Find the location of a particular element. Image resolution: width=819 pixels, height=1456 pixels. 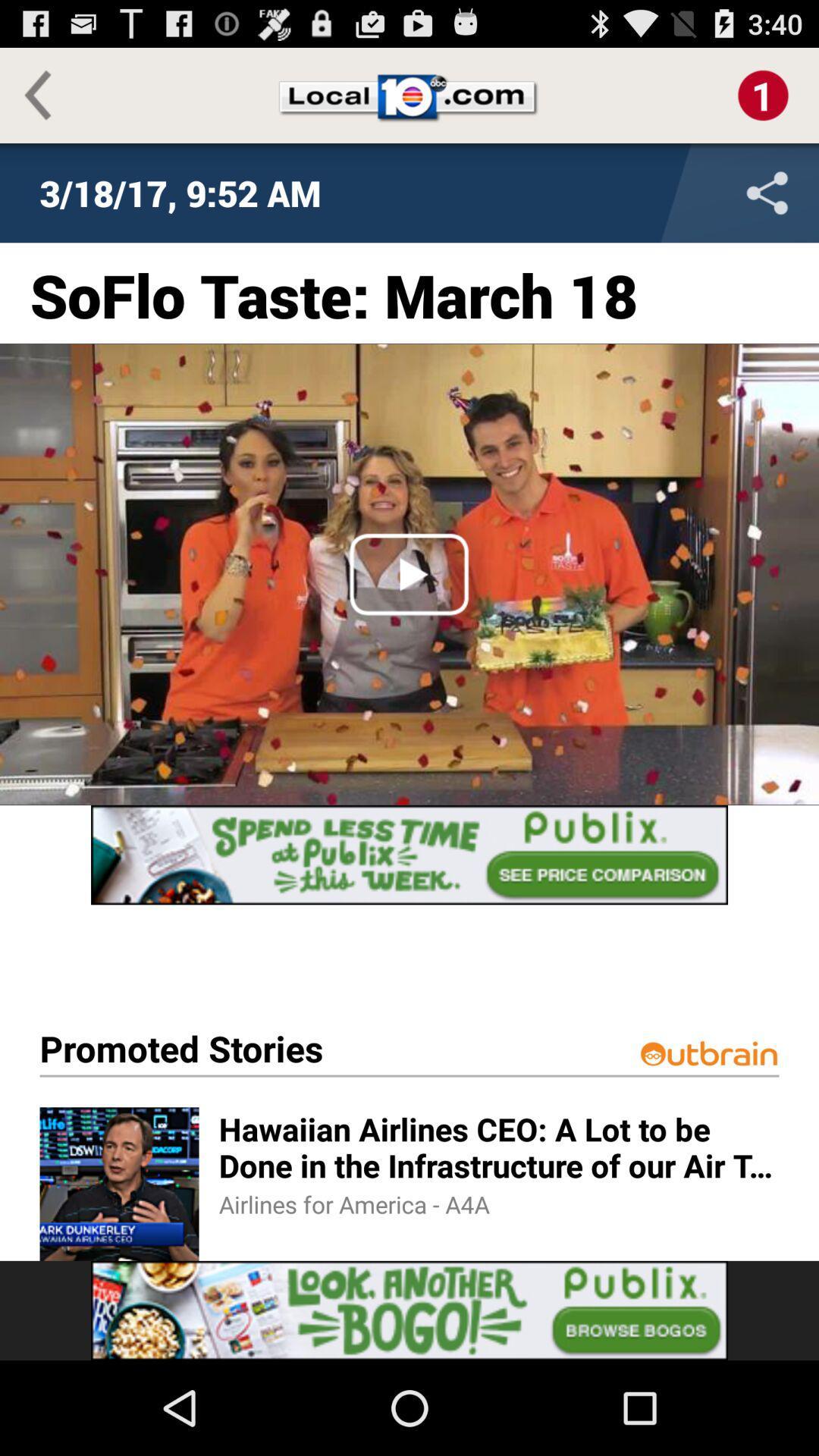

advertisement in new app is located at coordinates (409, 855).